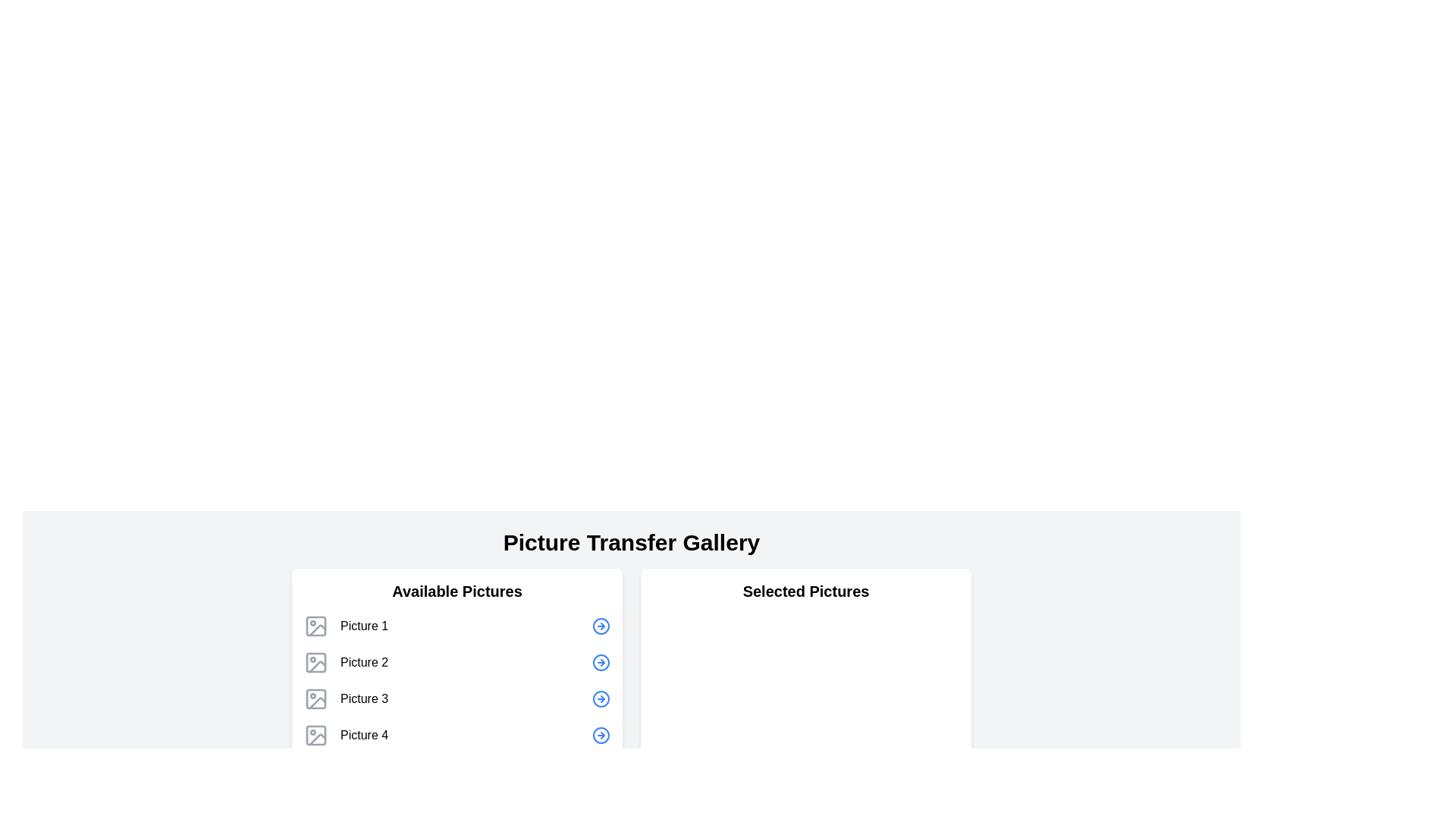 The height and width of the screenshot is (819, 1456). Describe the element at coordinates (316, 702) in the screenshot. I see `the decorative vector graphic element associated with the 'Picture 3' label in the 'Available Pictures' list, which is the third icon from the top` at that location.